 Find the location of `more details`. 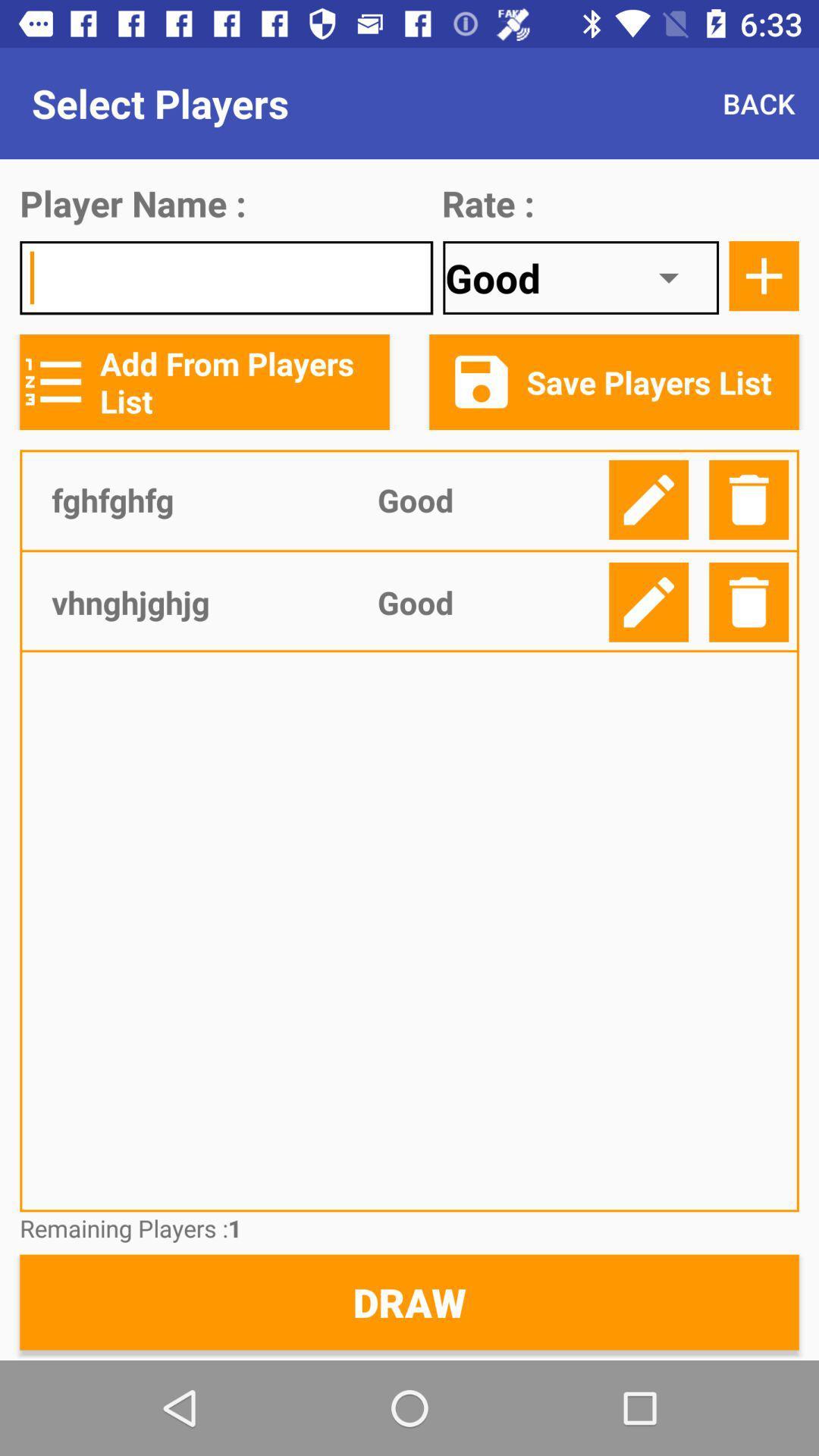

more details is located at coordinates (764, 276).